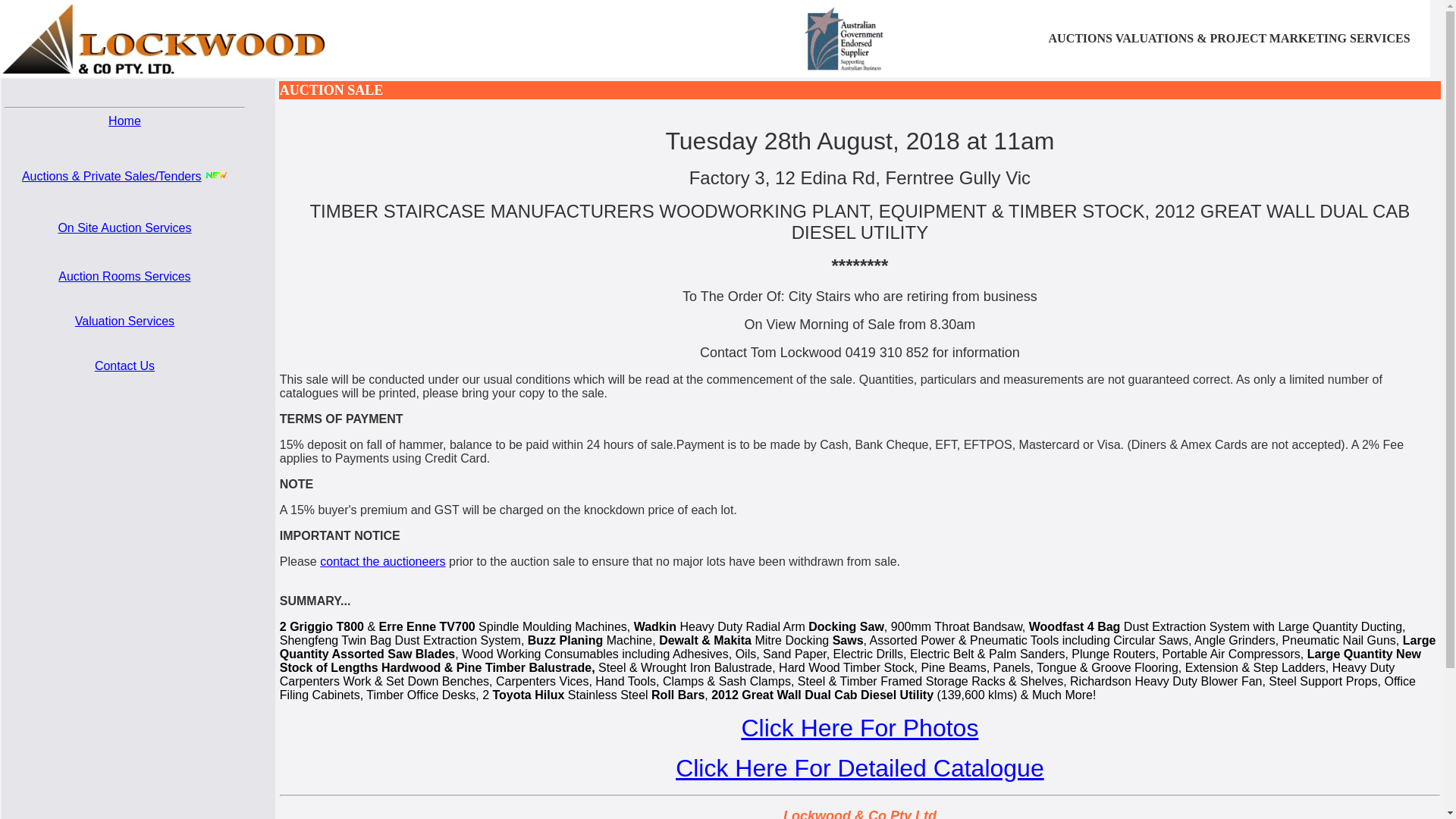 The image size is (1456, 819). I want to click on 'Auction Rooms Services', so click(124, 276).